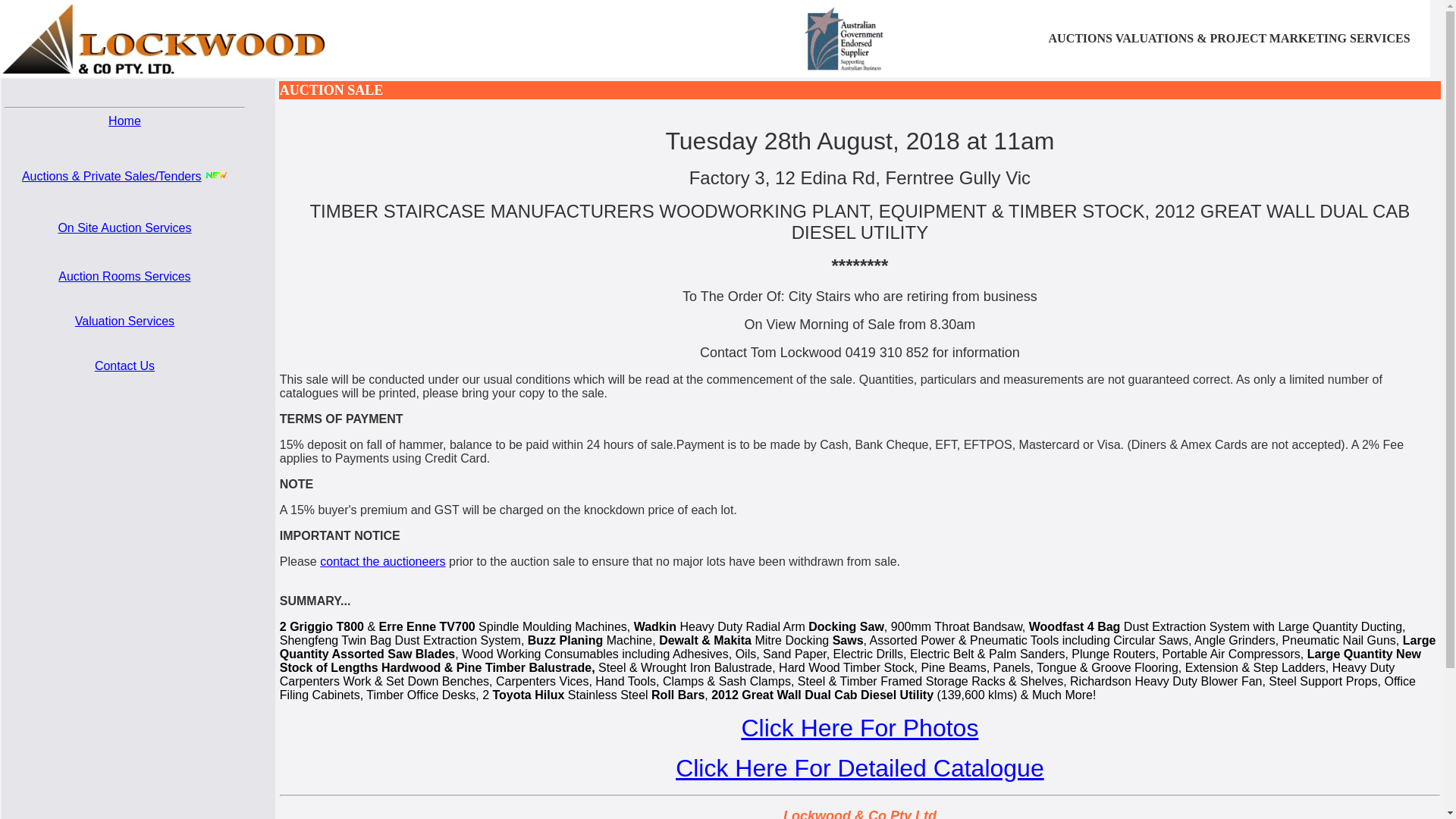 The image size is (1456, 819). I want to click on 'Auction Rooms Services', so click(124, 276).